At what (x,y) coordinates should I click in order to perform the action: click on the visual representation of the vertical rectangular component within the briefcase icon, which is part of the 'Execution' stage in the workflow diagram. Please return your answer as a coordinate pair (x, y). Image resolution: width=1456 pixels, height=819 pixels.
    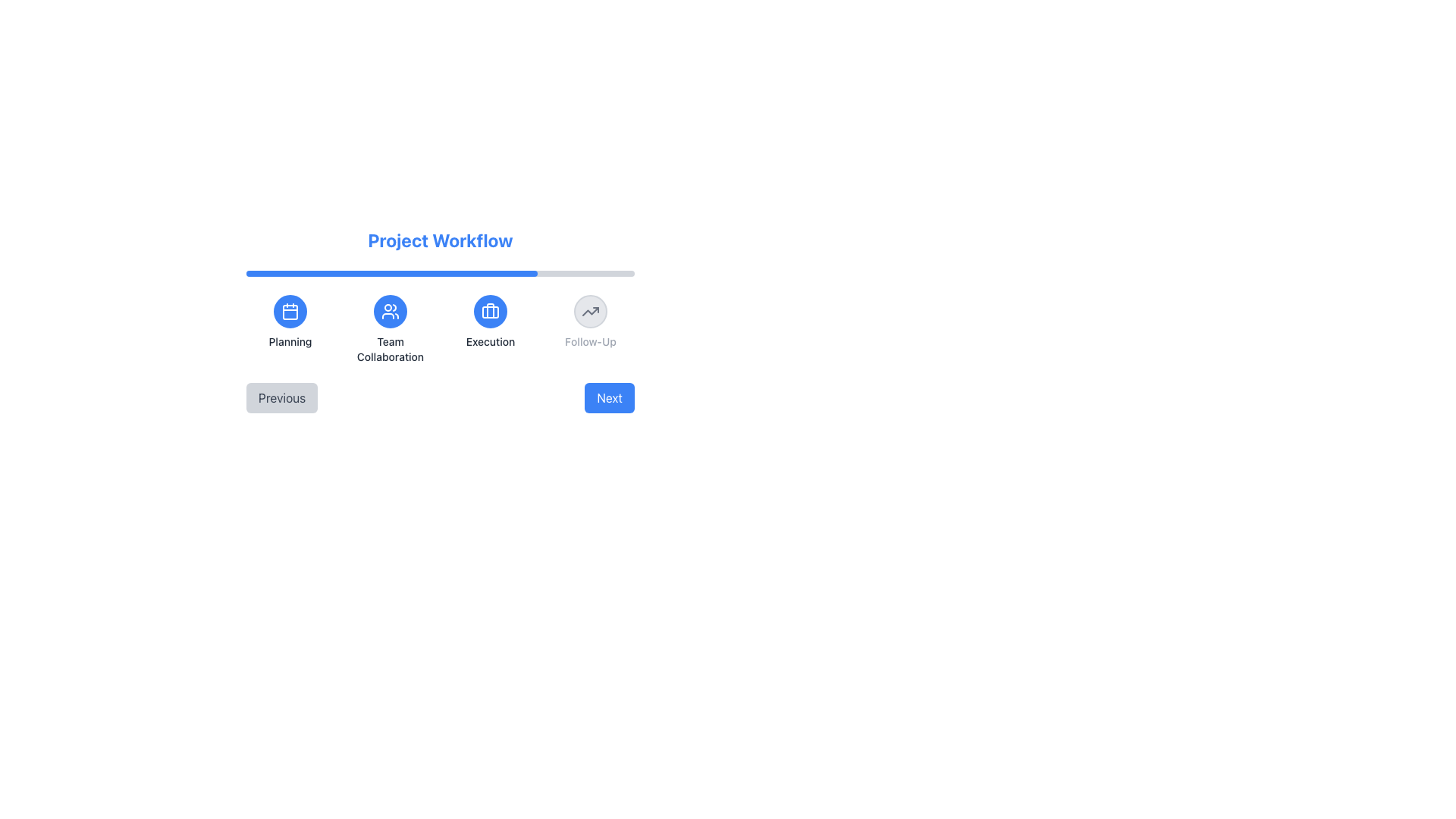
    Looking at the image, I should click on (491, 309).